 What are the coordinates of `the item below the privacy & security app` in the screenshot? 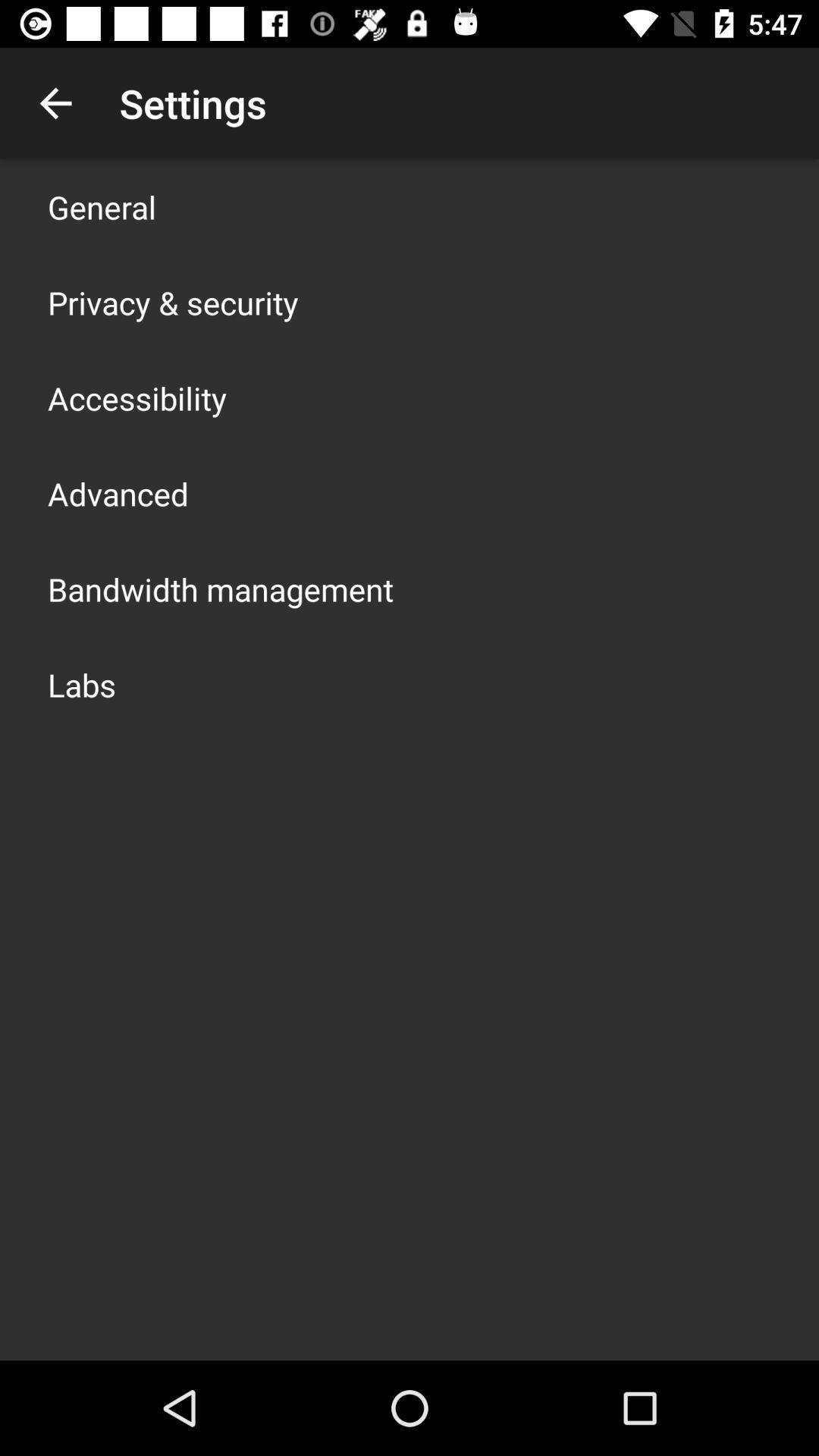 It's located at (137, 397).